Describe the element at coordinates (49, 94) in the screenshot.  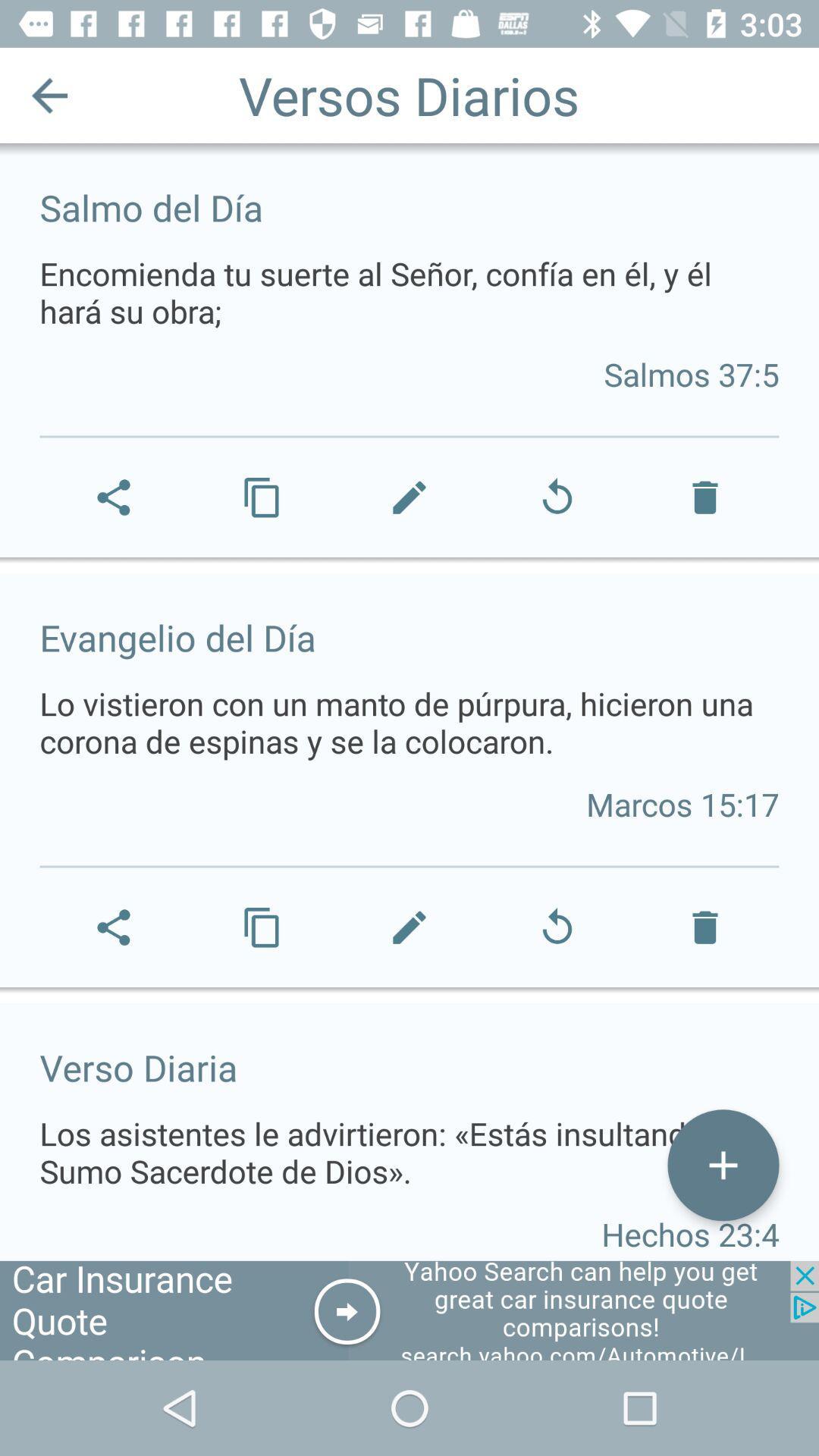
I see `go back` at that location.